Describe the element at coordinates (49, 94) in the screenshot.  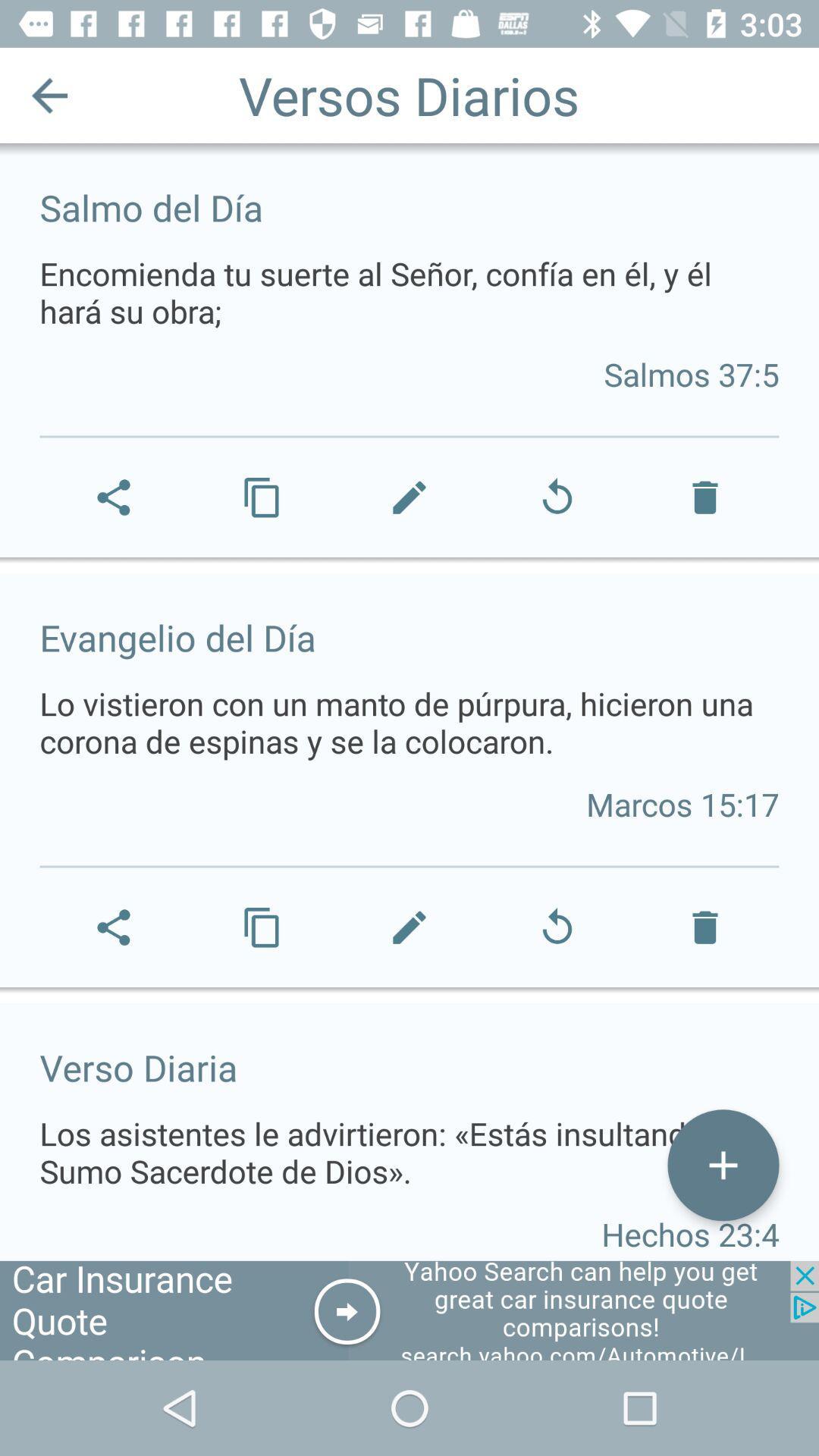
I see `go back` at that location.